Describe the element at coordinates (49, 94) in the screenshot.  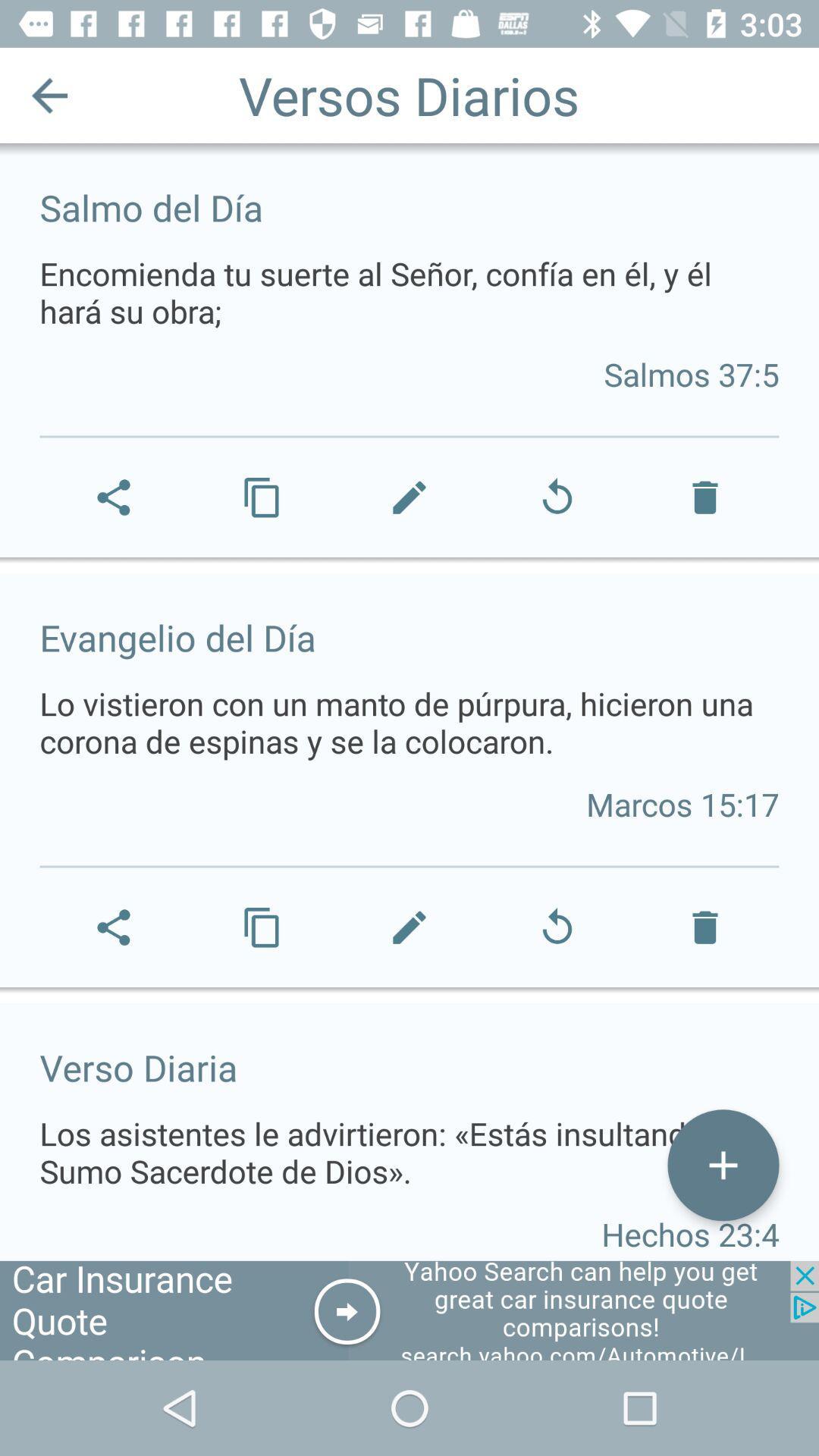
I see `go back` at that location.